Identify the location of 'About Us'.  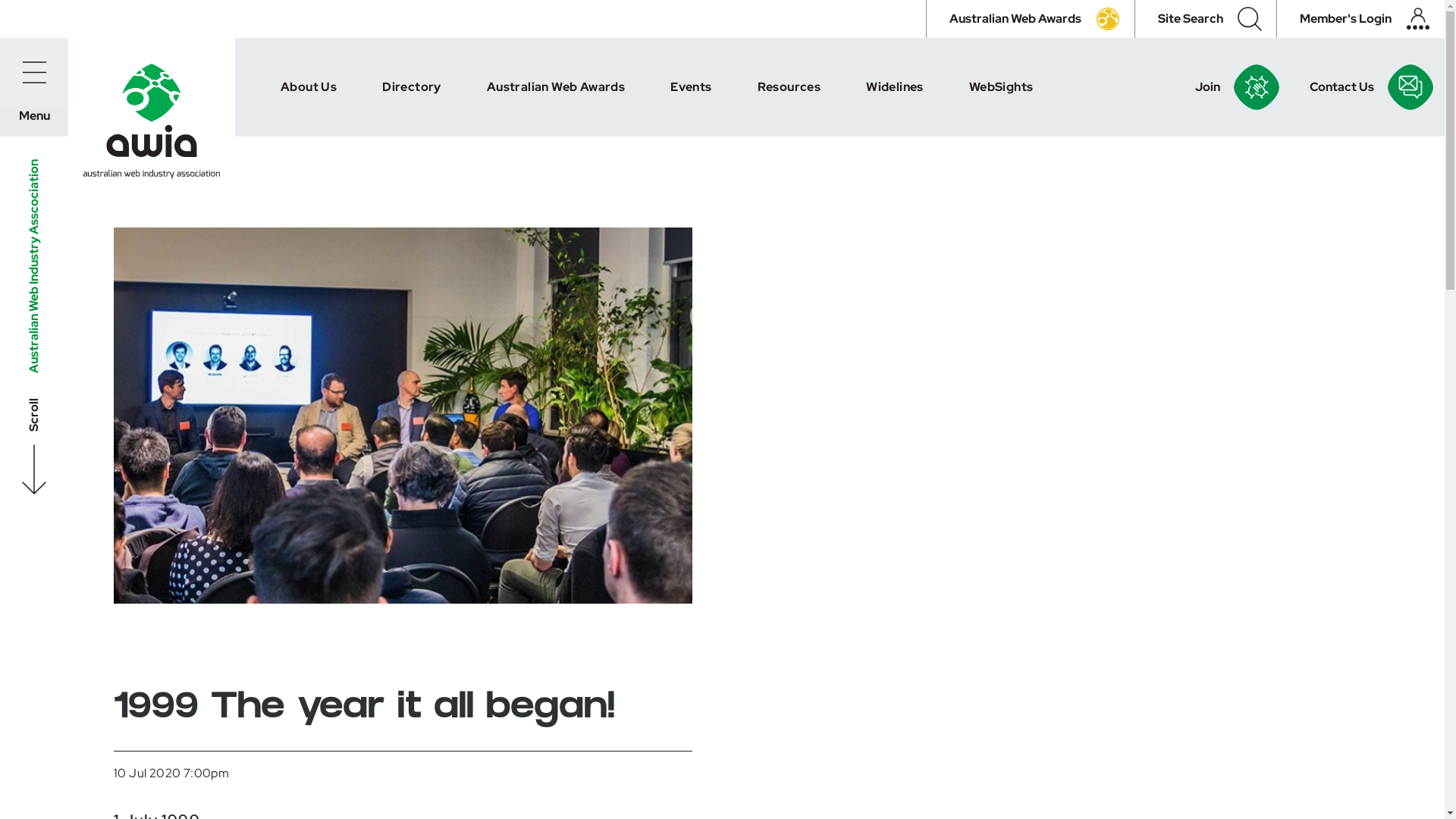
(308, 87).